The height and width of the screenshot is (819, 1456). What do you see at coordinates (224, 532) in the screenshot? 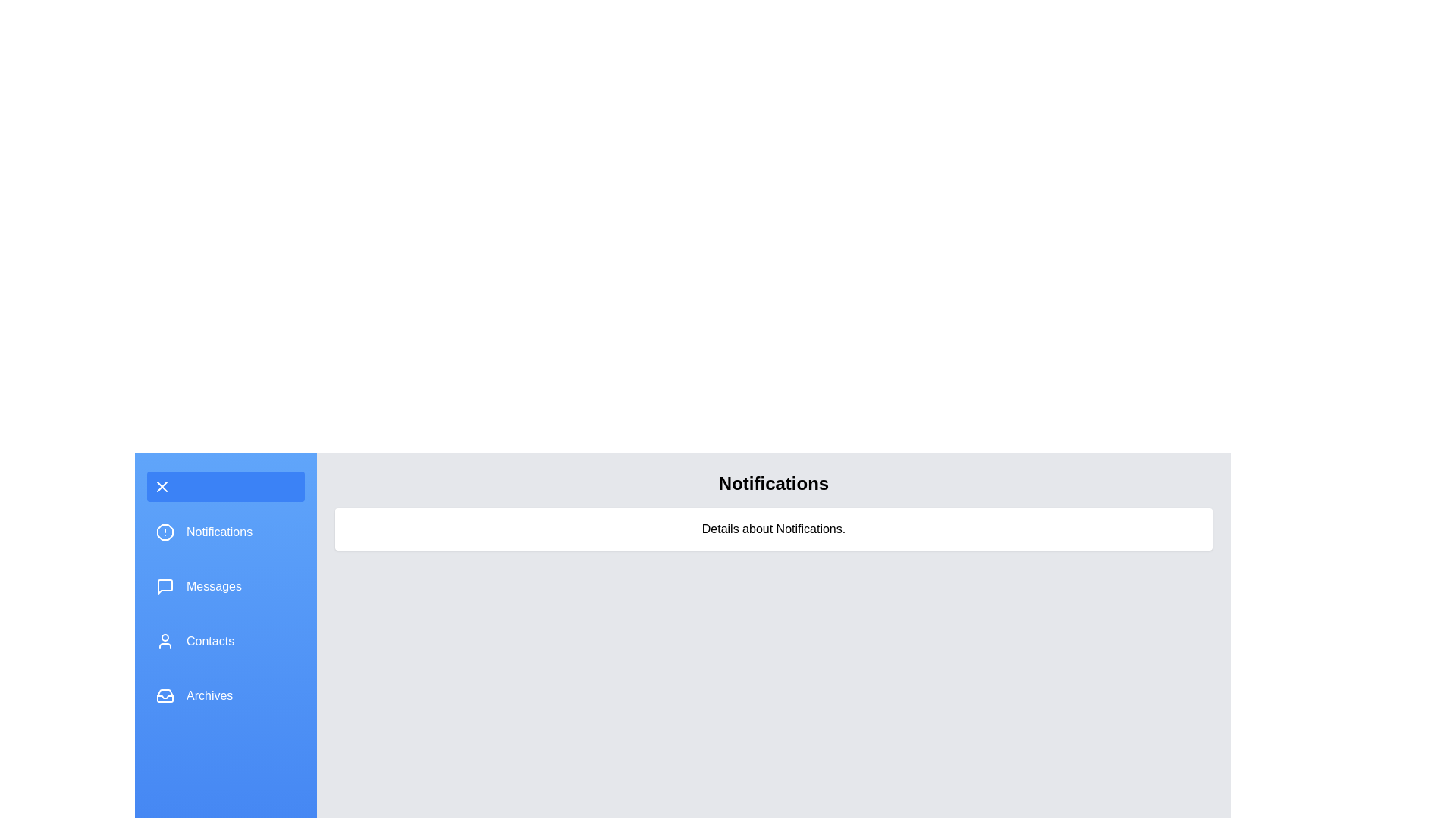
I see `the menu item Notifications to provide visual feedback` at bounding box center [224, 532].